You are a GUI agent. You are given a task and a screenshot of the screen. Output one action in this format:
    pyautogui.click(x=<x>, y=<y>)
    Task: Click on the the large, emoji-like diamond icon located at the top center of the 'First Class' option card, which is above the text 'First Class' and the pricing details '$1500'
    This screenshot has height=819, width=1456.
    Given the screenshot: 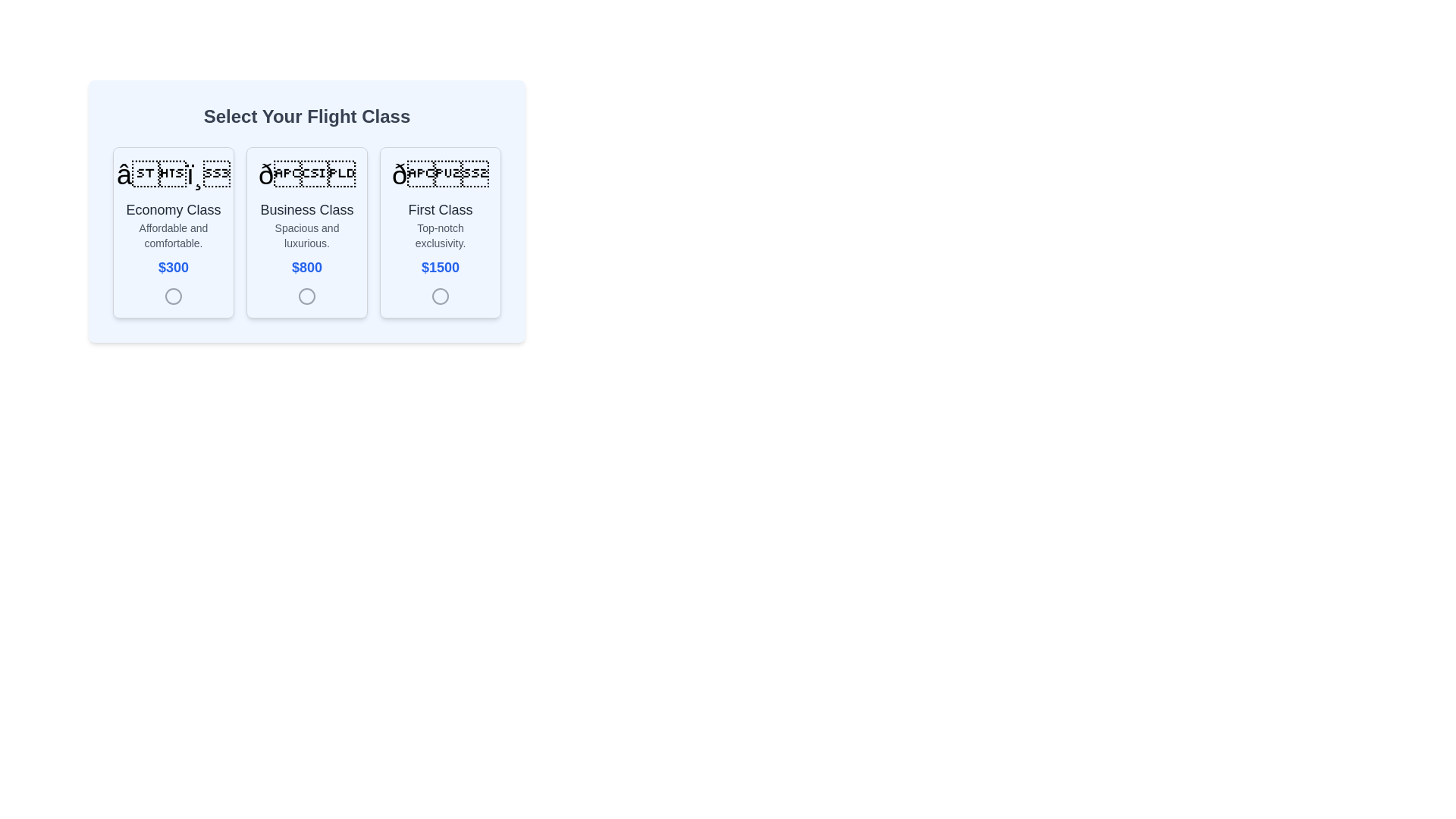 What is the action you would take?
    pyautogui.click(x=439, y=174)
    